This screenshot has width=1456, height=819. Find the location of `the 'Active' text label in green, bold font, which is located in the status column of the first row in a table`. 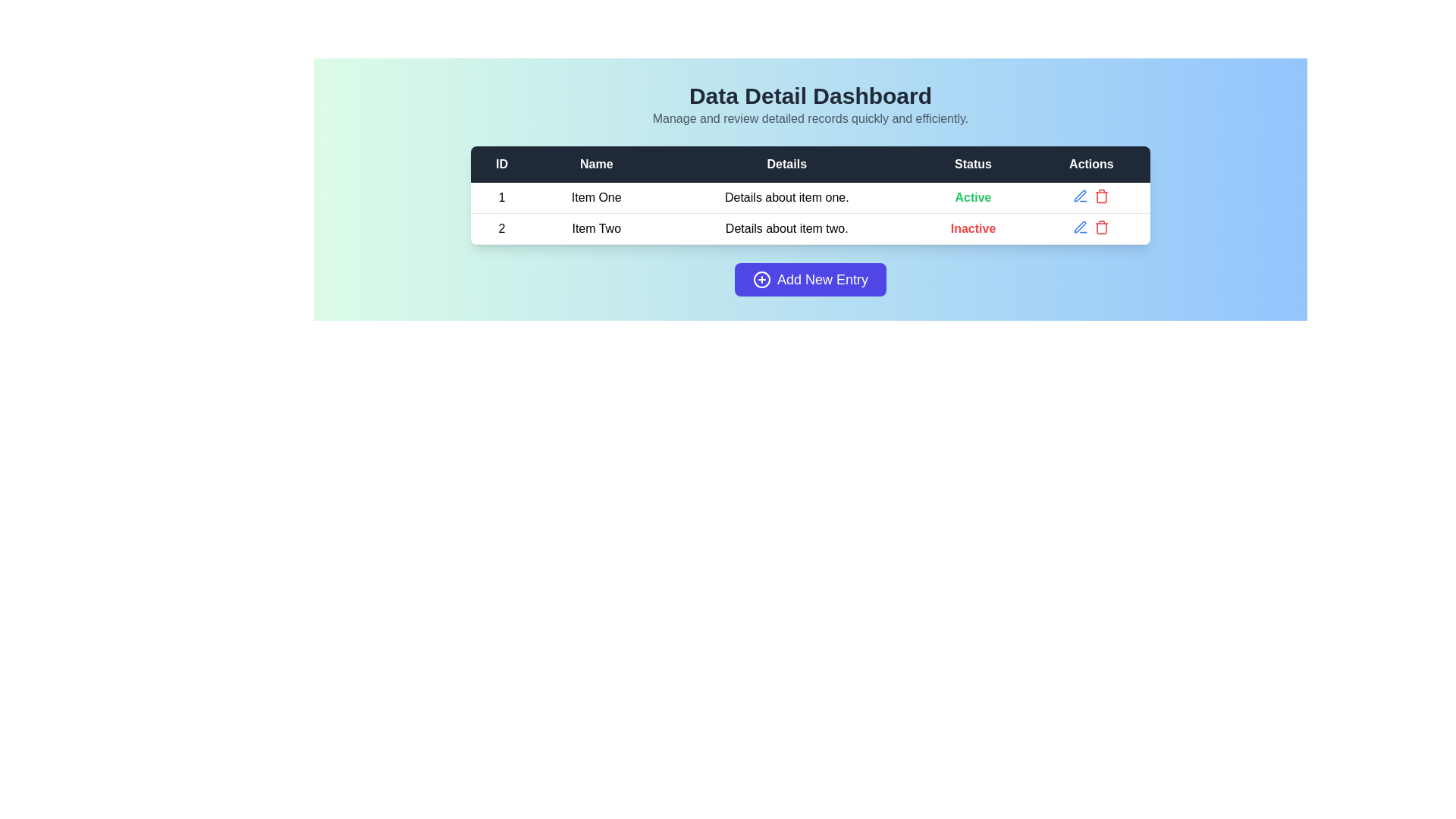

the 'Active' text label in green, bold font, which is located in the status column of the first row in a table is located at coordinates (973, 197).